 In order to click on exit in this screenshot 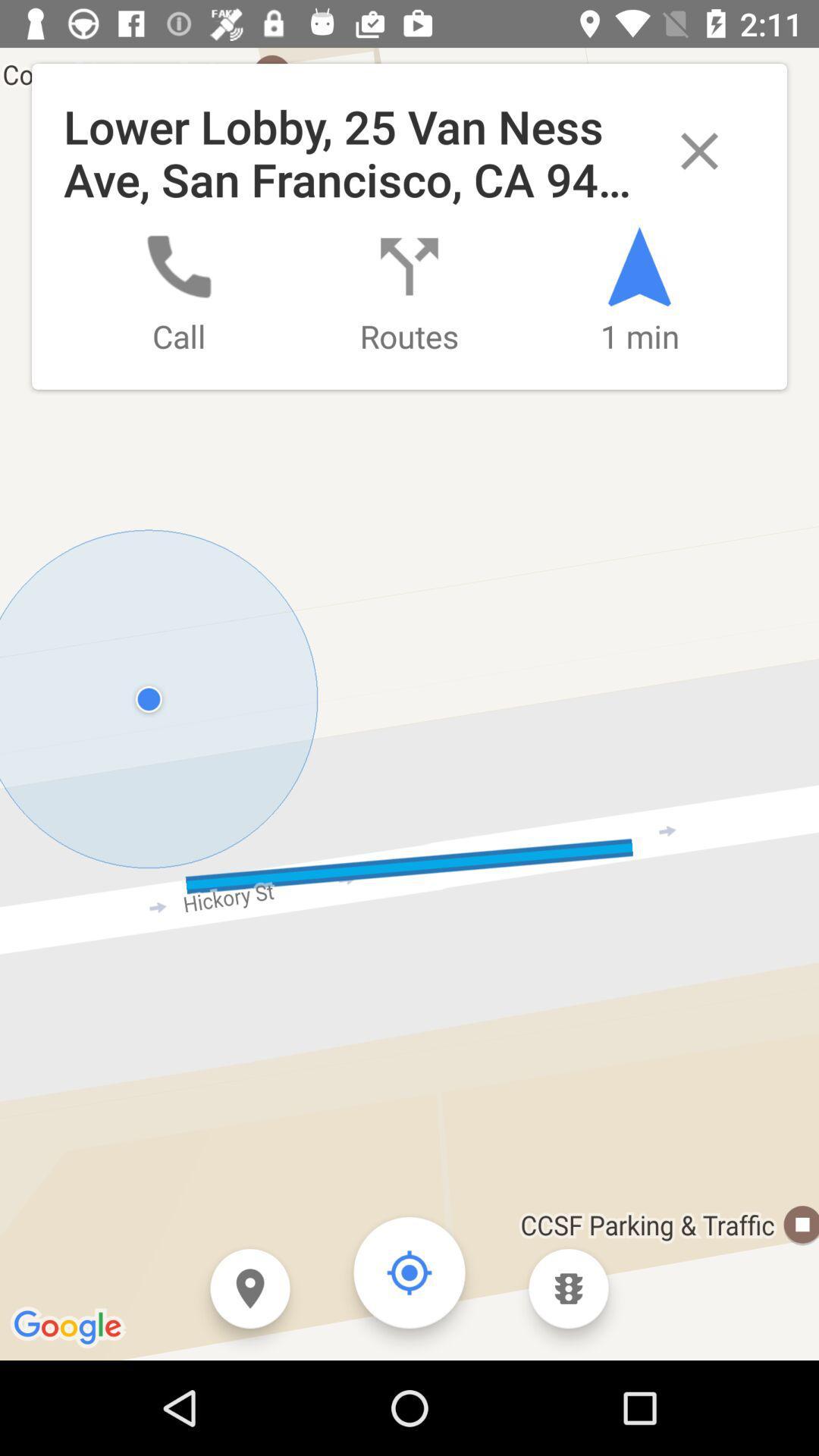, I will do `click(699, 151)`.